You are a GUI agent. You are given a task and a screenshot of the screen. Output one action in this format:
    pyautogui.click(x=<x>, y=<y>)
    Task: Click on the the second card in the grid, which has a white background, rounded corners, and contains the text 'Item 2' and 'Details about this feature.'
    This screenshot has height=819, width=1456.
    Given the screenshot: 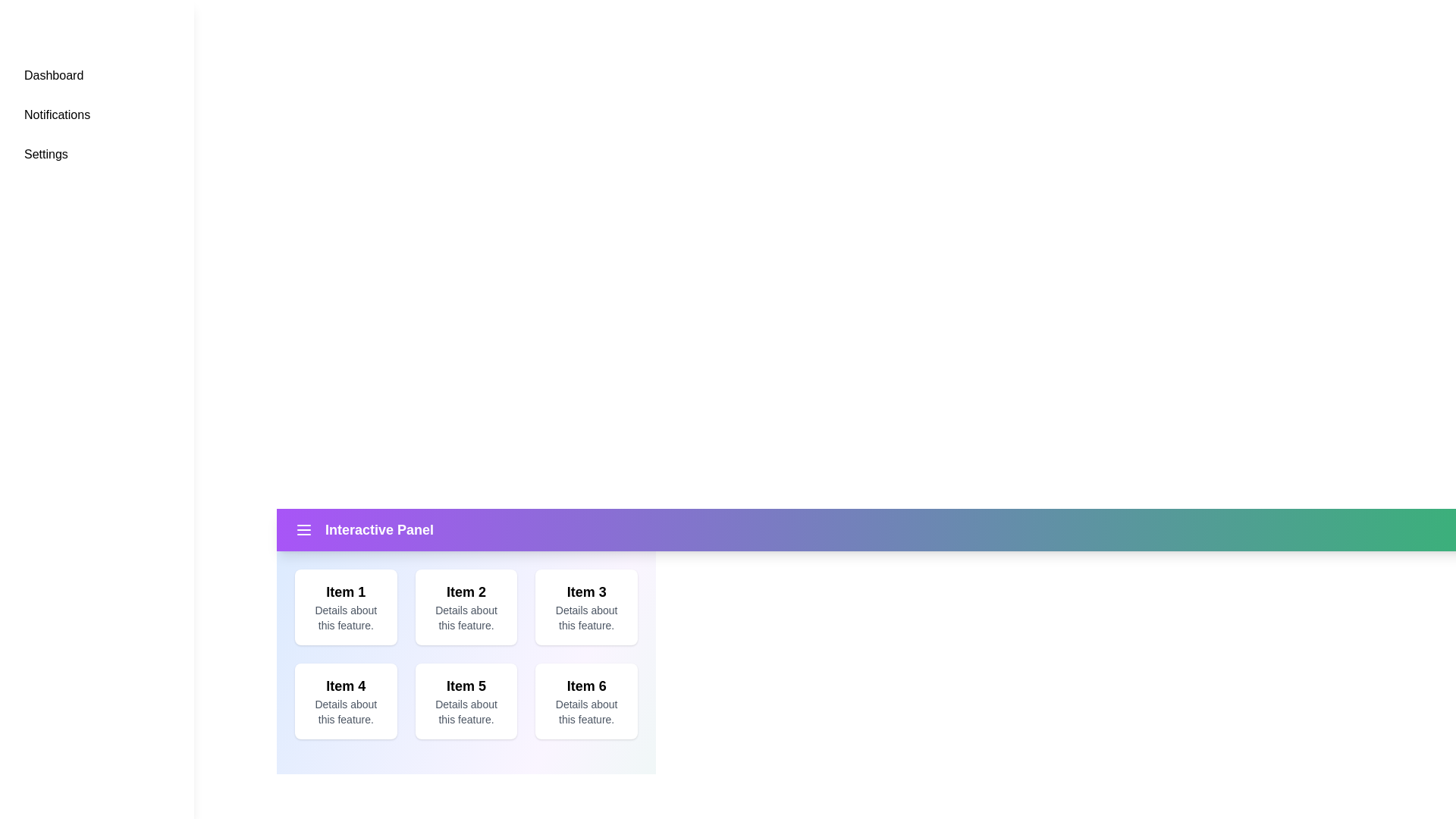 What is the action you would take?
    pyautogui.click(x=465, y=607)
    